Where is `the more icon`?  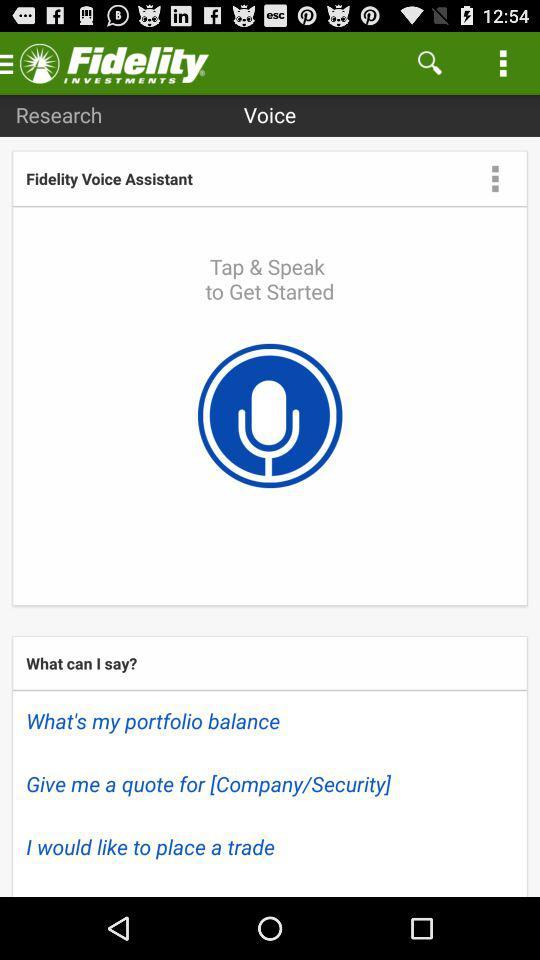
the more icon is located at coordinates (494, 191).